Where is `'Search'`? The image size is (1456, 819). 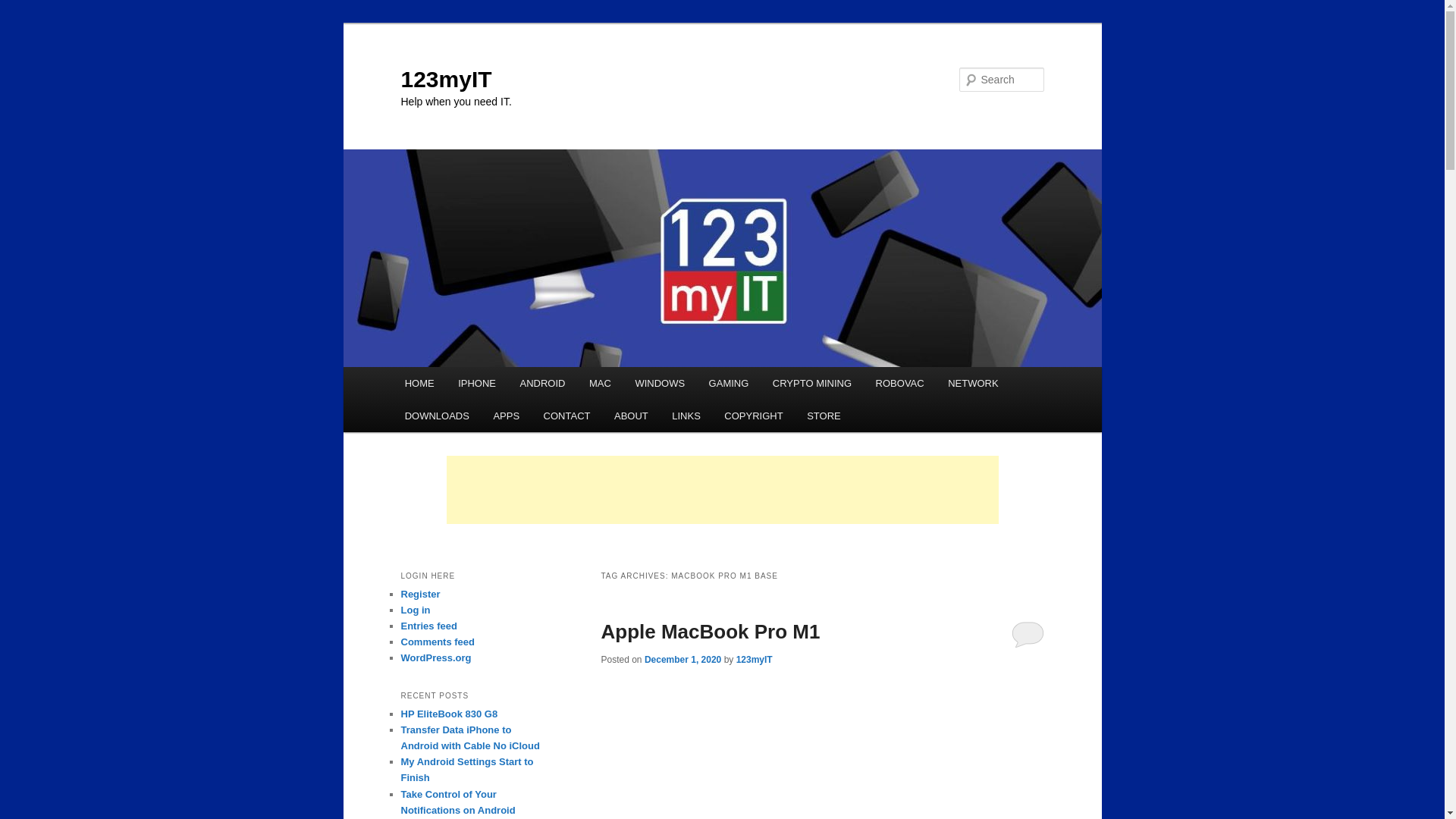
'Search' is located at coordinates (24, 8).